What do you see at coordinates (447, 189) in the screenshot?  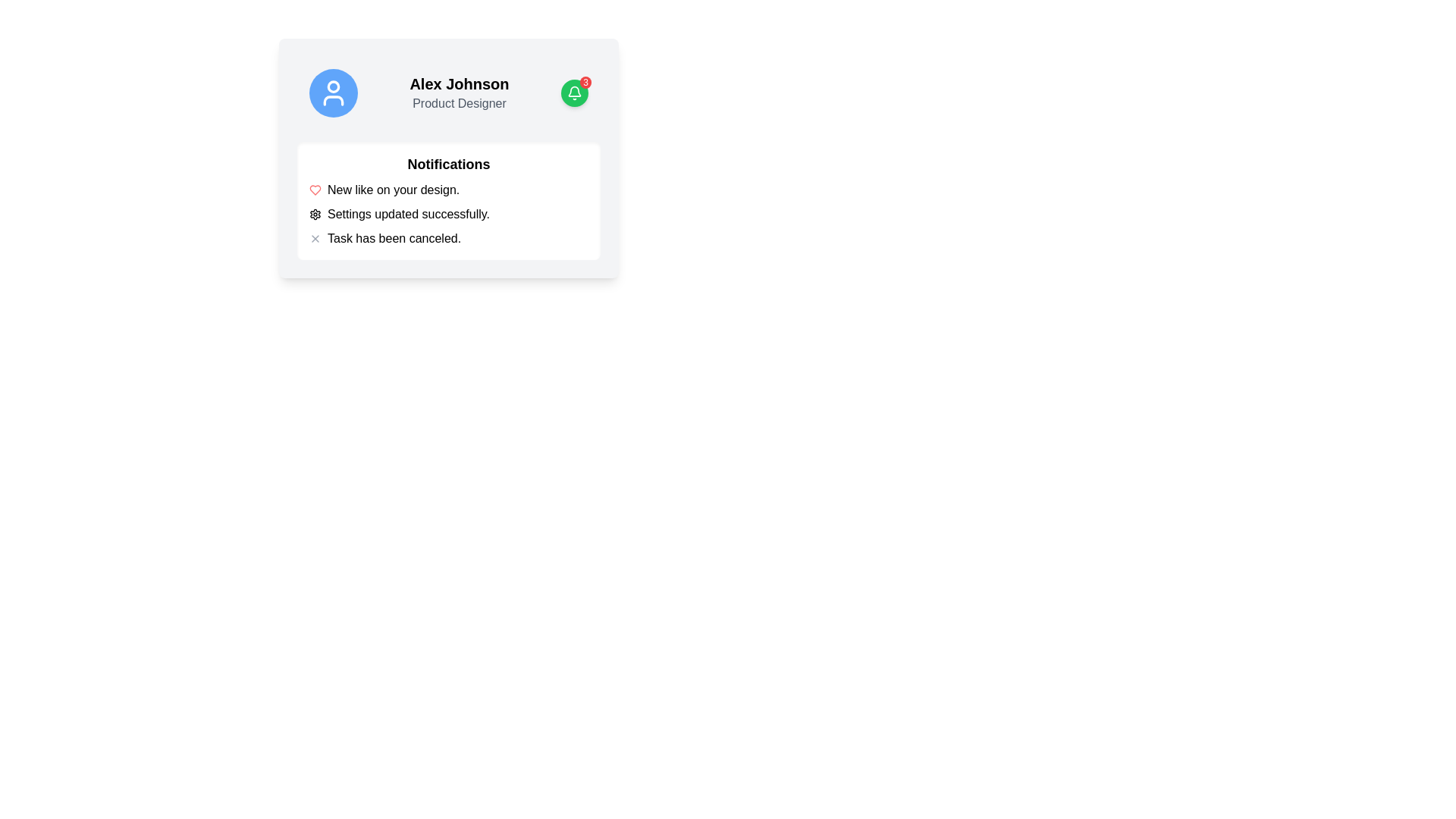 I see `the first notification in the Notifications section which indicates a new like action on the user's design` at bounding box center [447, 189].